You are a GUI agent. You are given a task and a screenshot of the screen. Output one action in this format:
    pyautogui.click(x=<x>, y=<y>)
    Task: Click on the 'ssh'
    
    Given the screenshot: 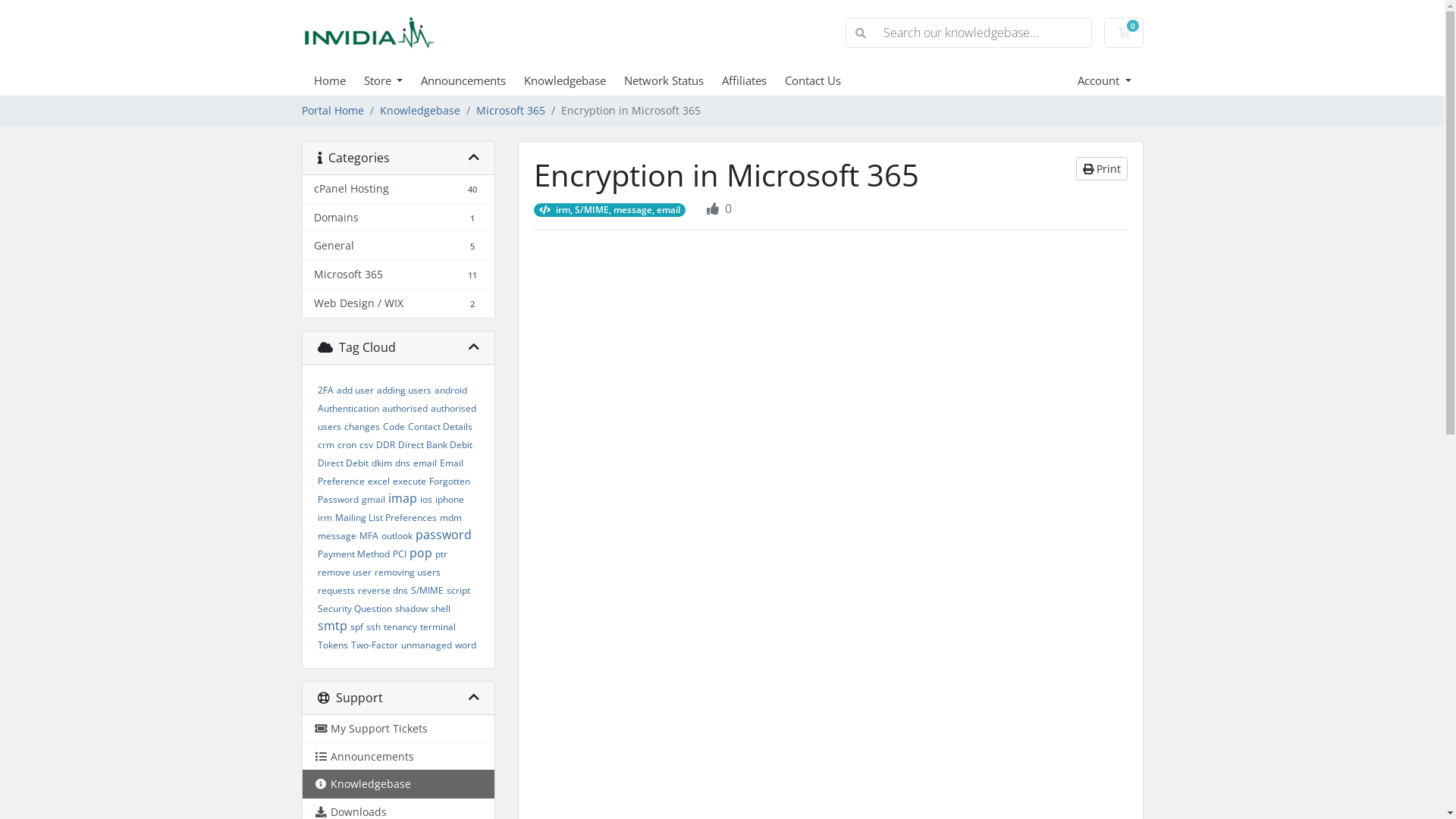 What is the action you would take?
    pyautogui.click(x=372, y=626)
    